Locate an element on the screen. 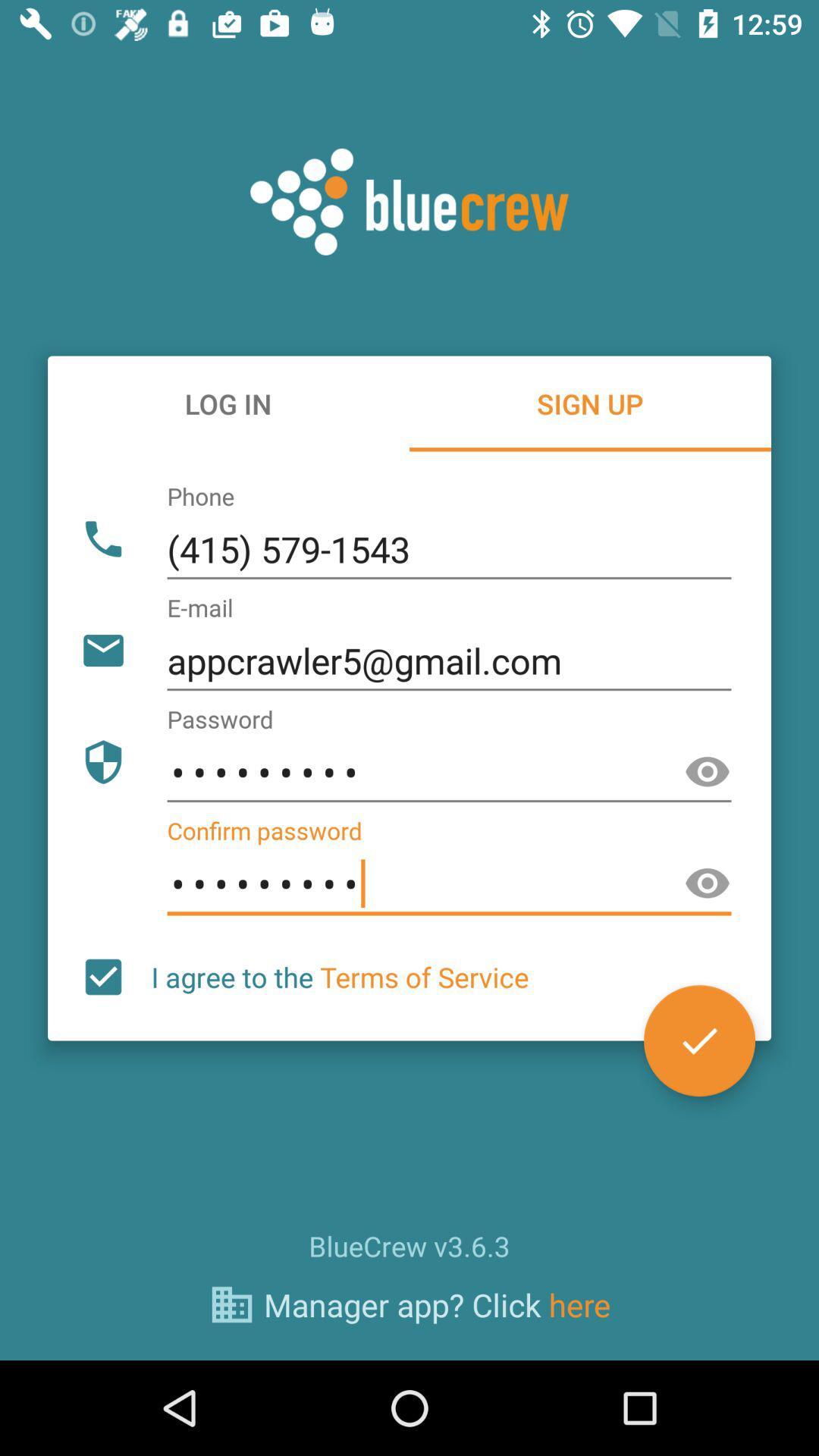  password is located at coordinates (708, 772).